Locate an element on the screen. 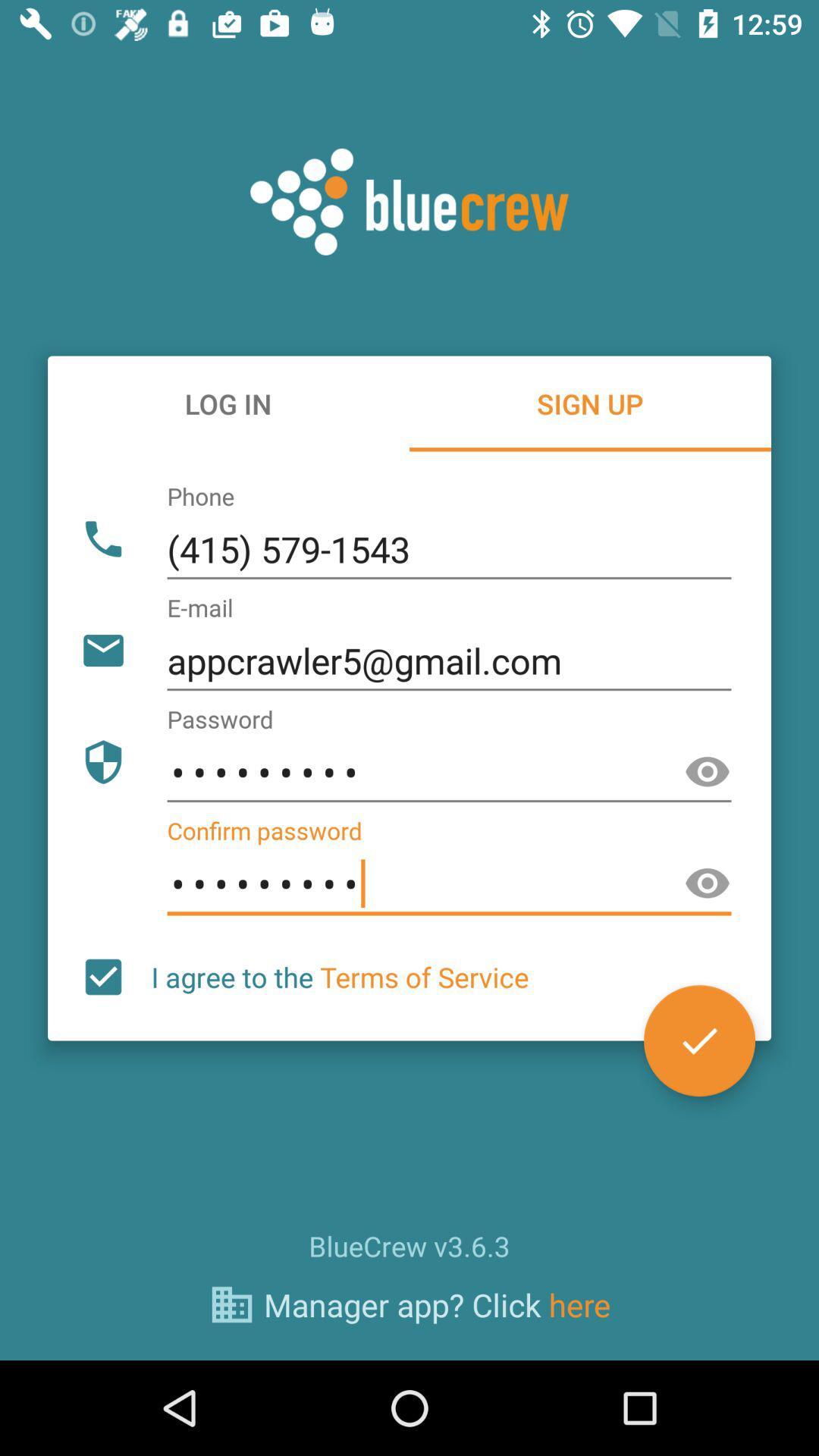  password is located at coordinates (708, 772).